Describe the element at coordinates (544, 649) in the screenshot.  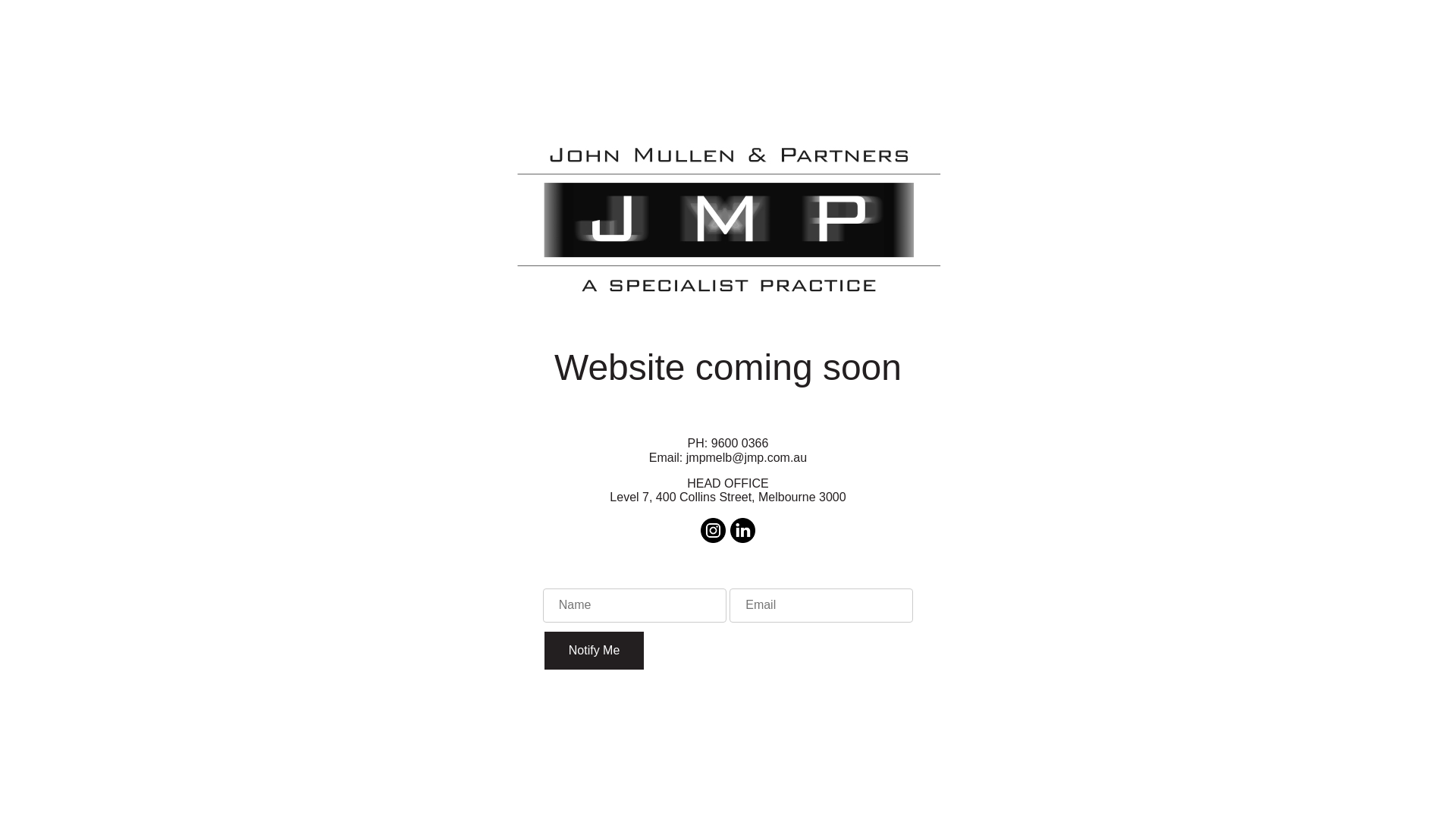
I see `'Notify Me'` at that location.